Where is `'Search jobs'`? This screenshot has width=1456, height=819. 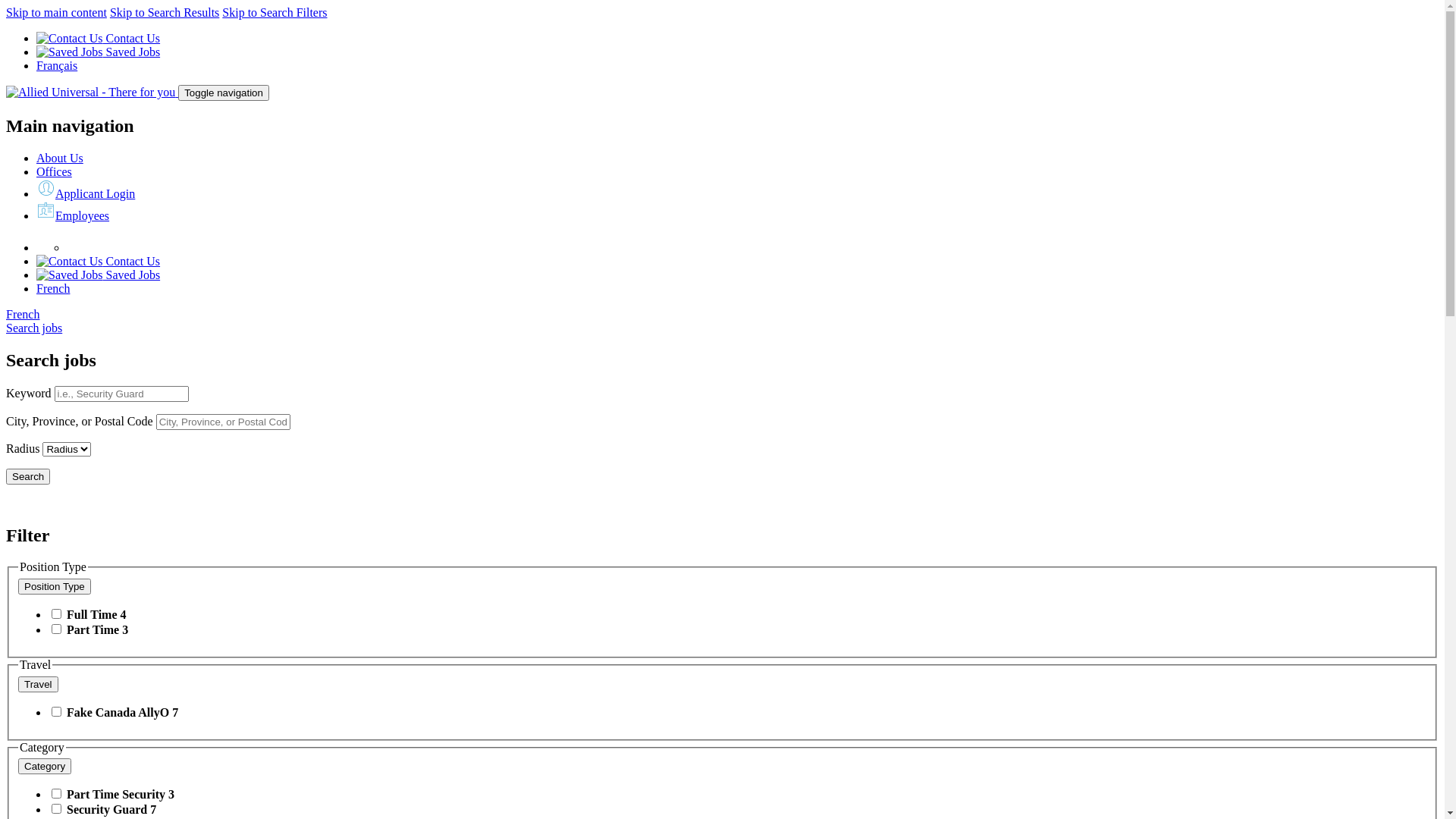
'Search jobs' is located at coordinates (33, 327).